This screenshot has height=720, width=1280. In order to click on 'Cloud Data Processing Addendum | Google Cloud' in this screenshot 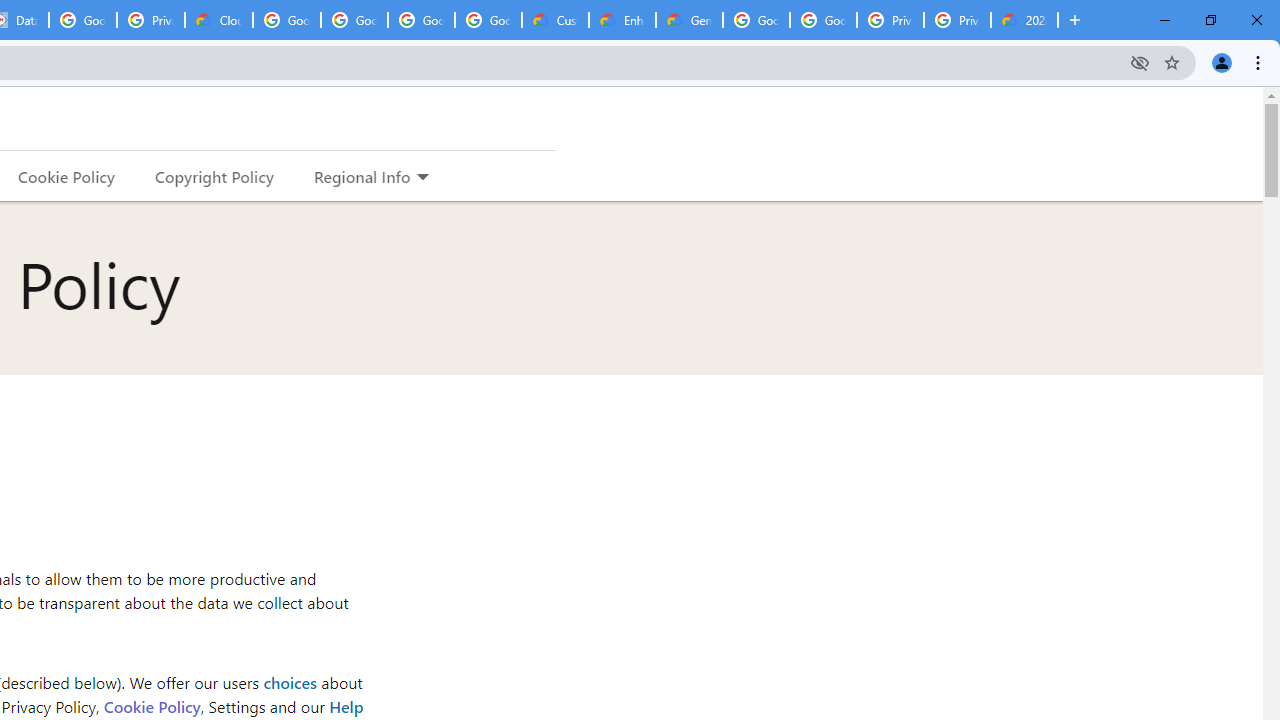, I will do `click(219, 20)`.